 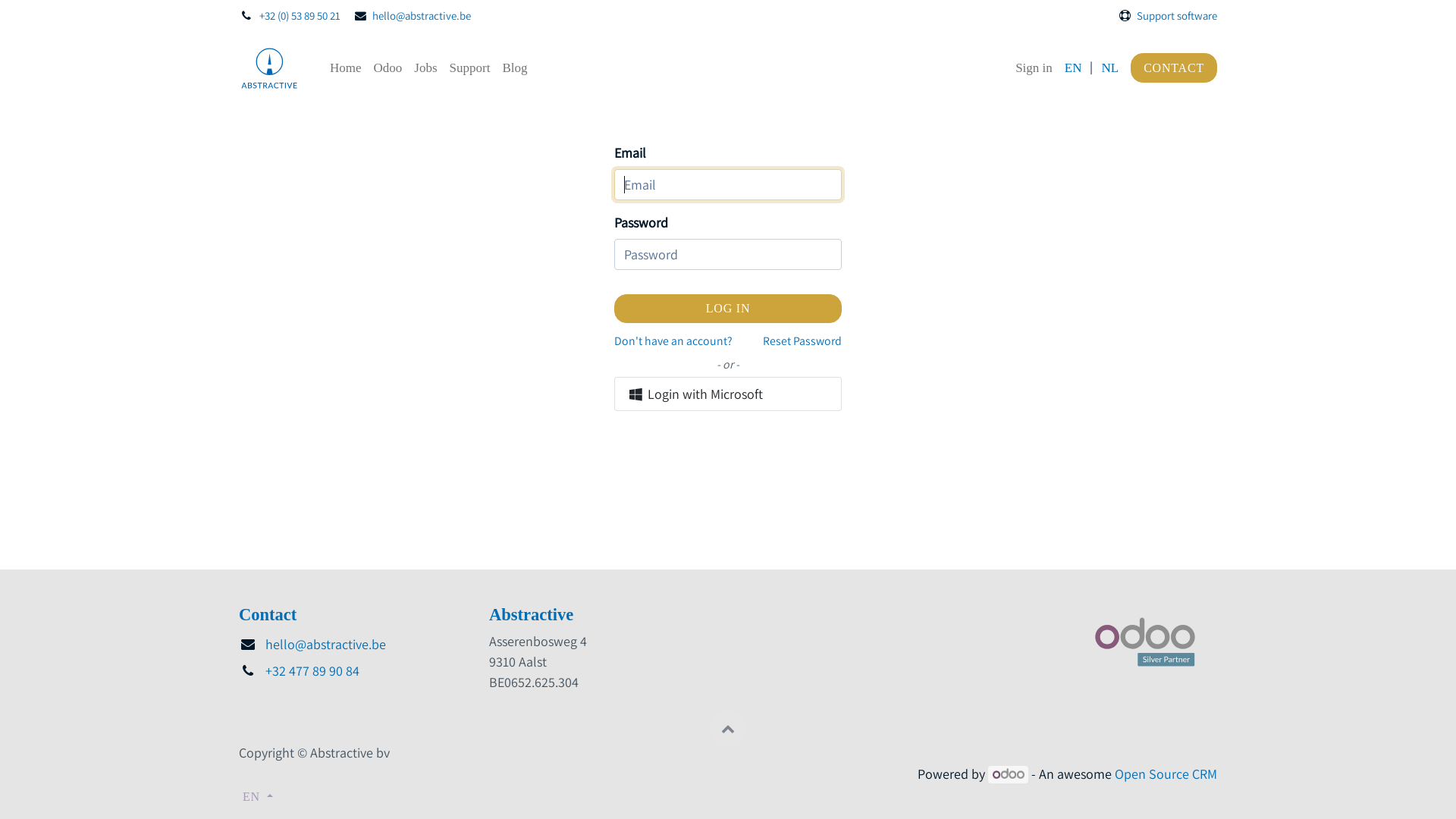 I want to click on '+32 477 89 90 84', so click(x=312, y=670).